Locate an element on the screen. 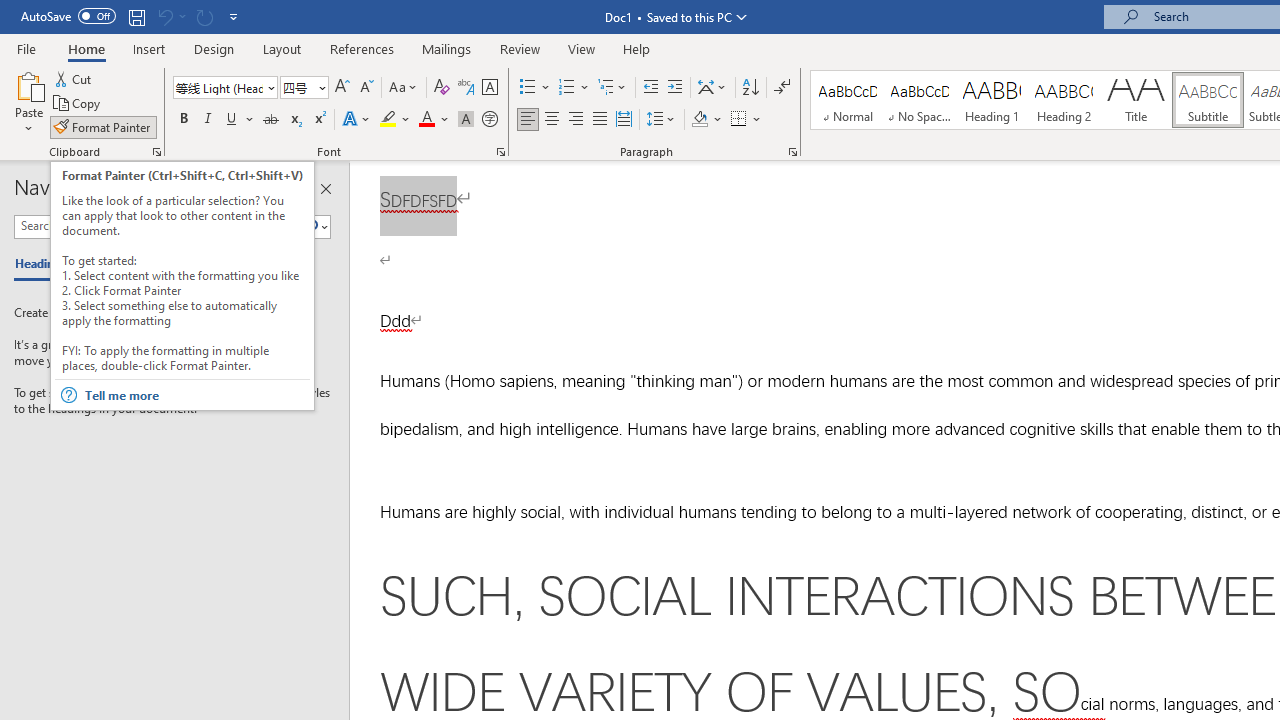 This screenshot has width=1280, height=720. 'Clear Formatting' is located at coordinates (441, 86).